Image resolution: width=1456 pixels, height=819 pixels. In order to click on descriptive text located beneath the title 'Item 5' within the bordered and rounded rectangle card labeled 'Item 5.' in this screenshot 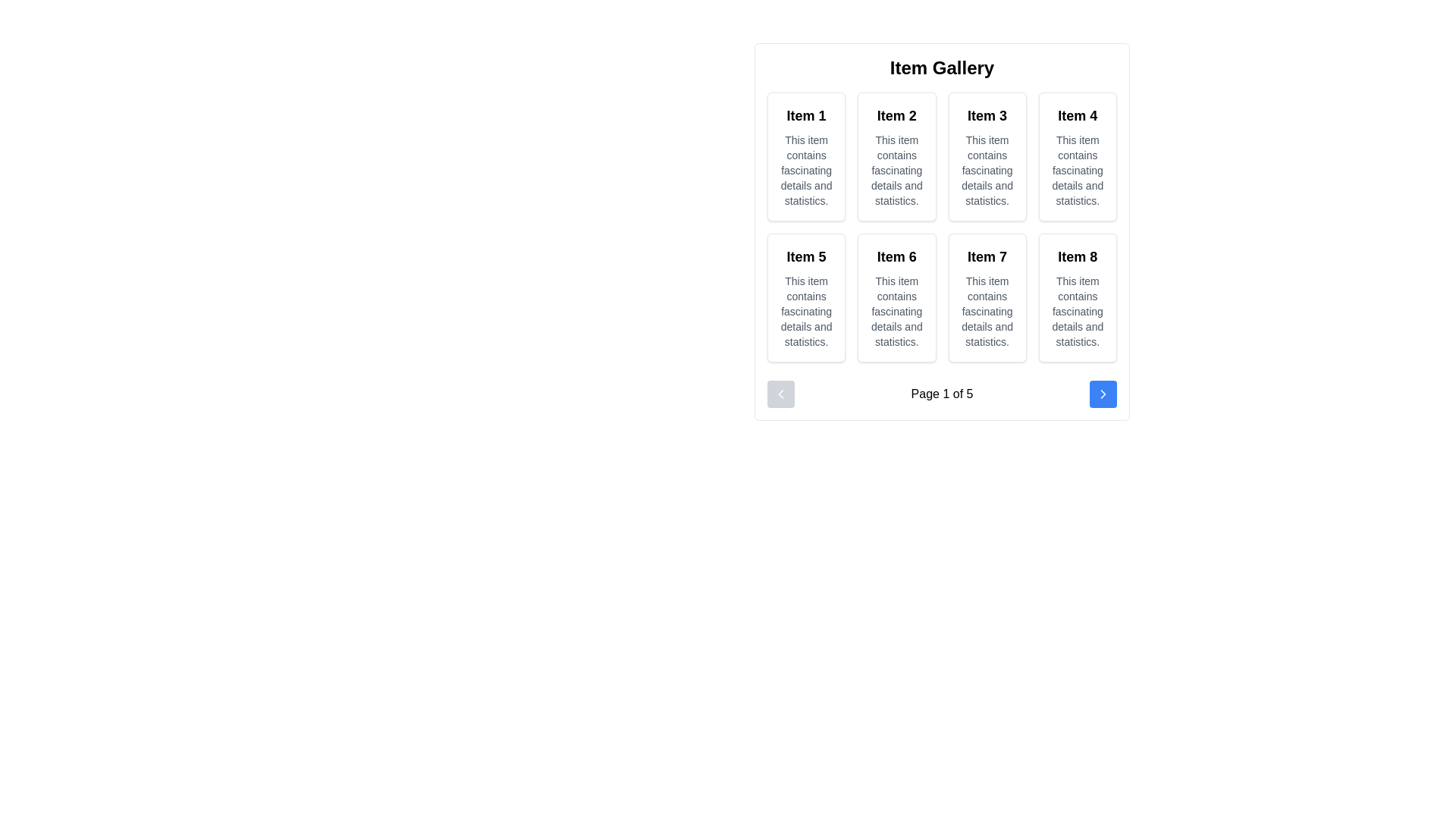, I will do `click(805, 311)`.